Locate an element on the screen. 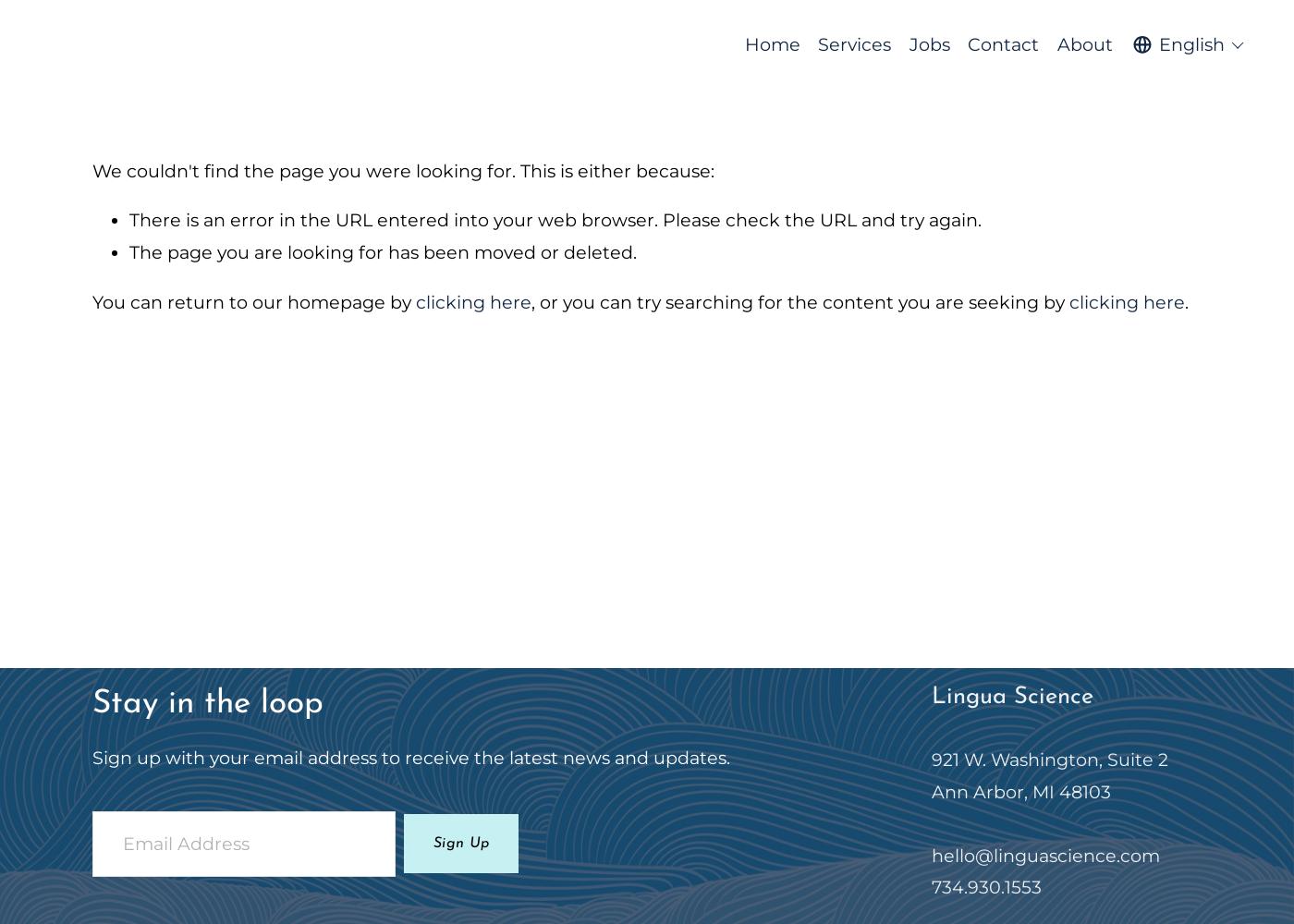  'We couldn't find the page you were looking for. This is either because:' is located at coordinates (403, 170).